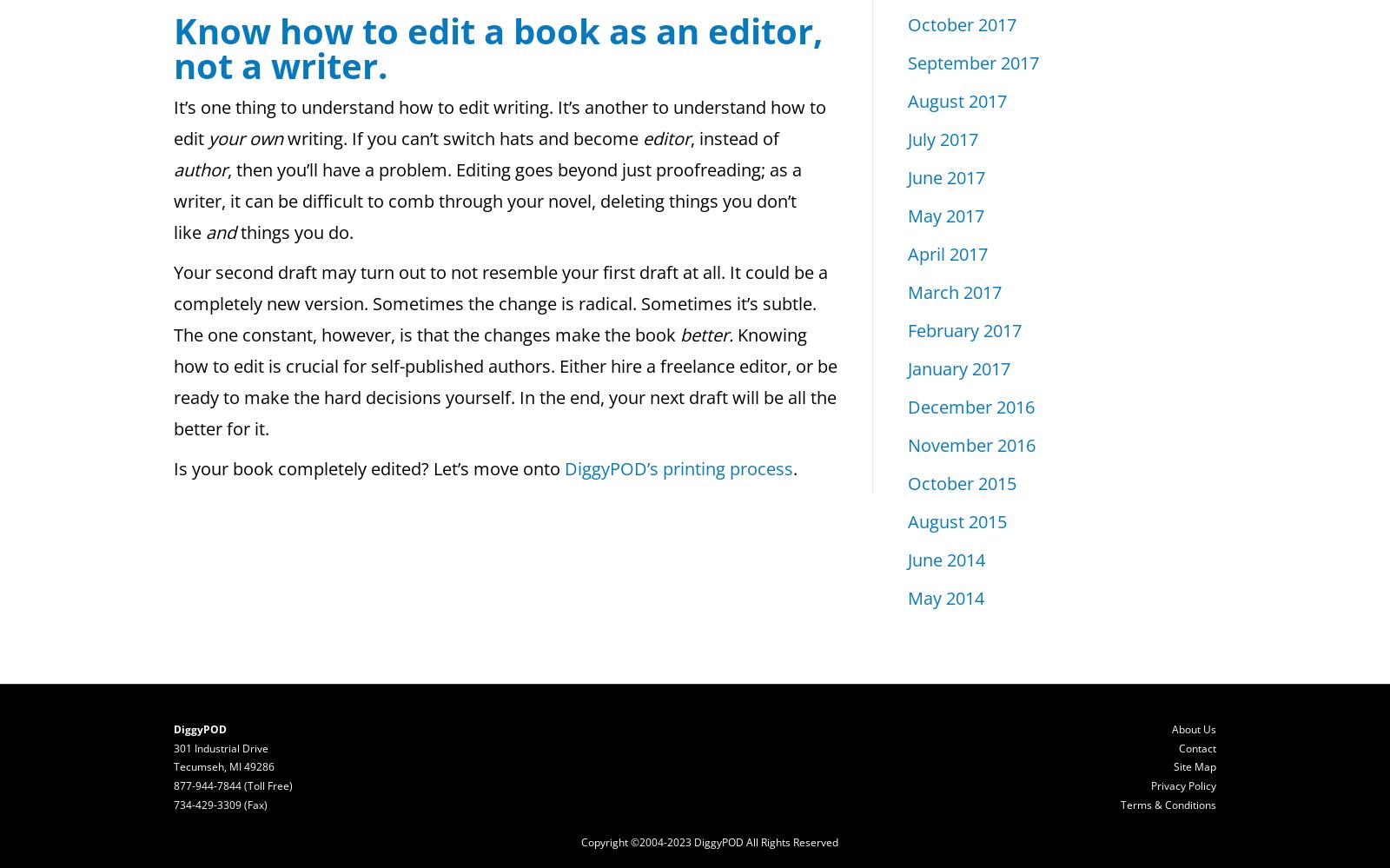 Image resolution: width=1390 pixels, height=868 pixels. I want to click on 'DiggyPOD’s printing process', so click(564, 467).